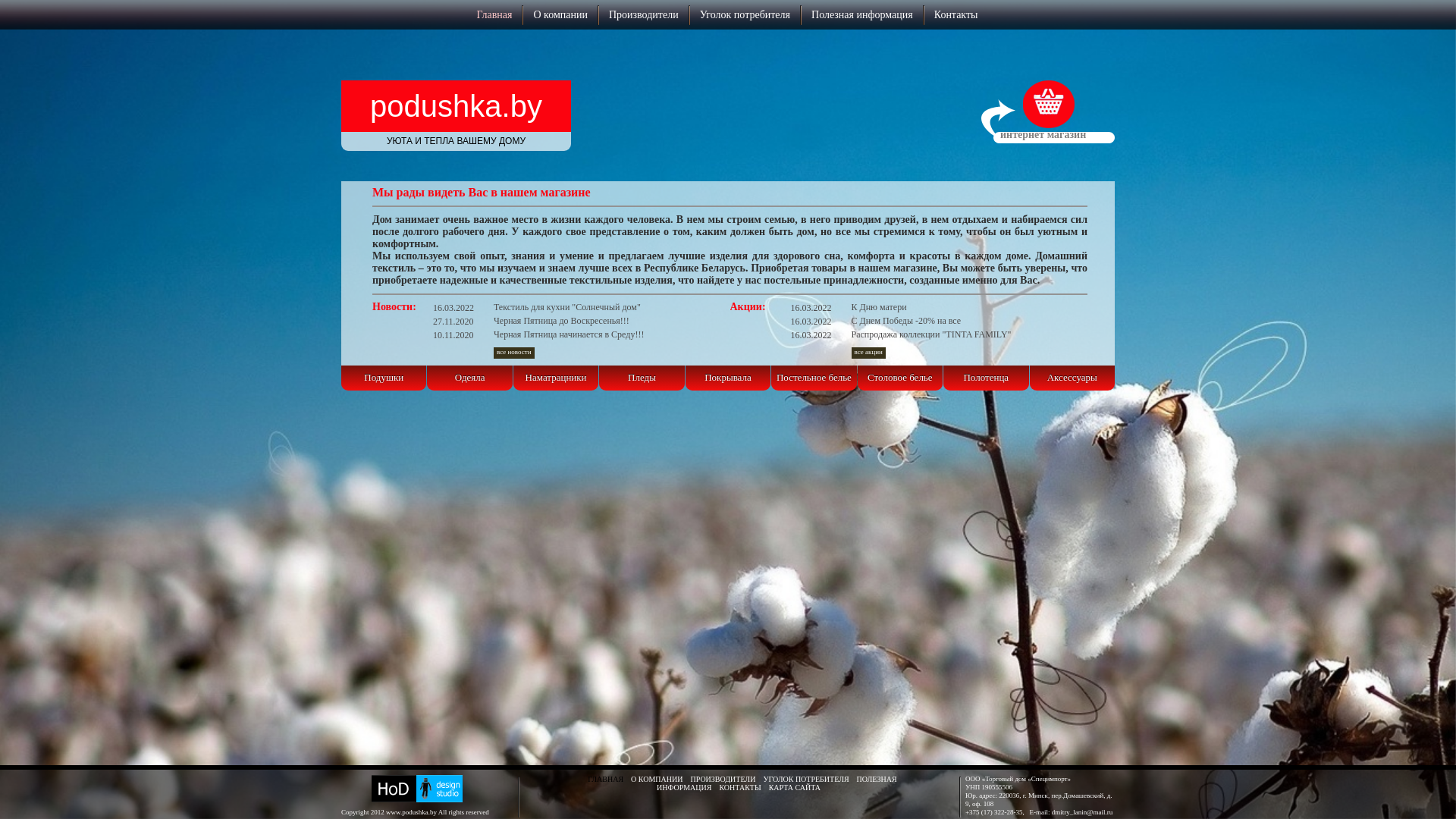 The width and height of the screenshot is (1456, 819). Describe the element at coordinates (1051, 811) in the screenshot. I see `'dmitry_lanin@mail.ru'` at that location.